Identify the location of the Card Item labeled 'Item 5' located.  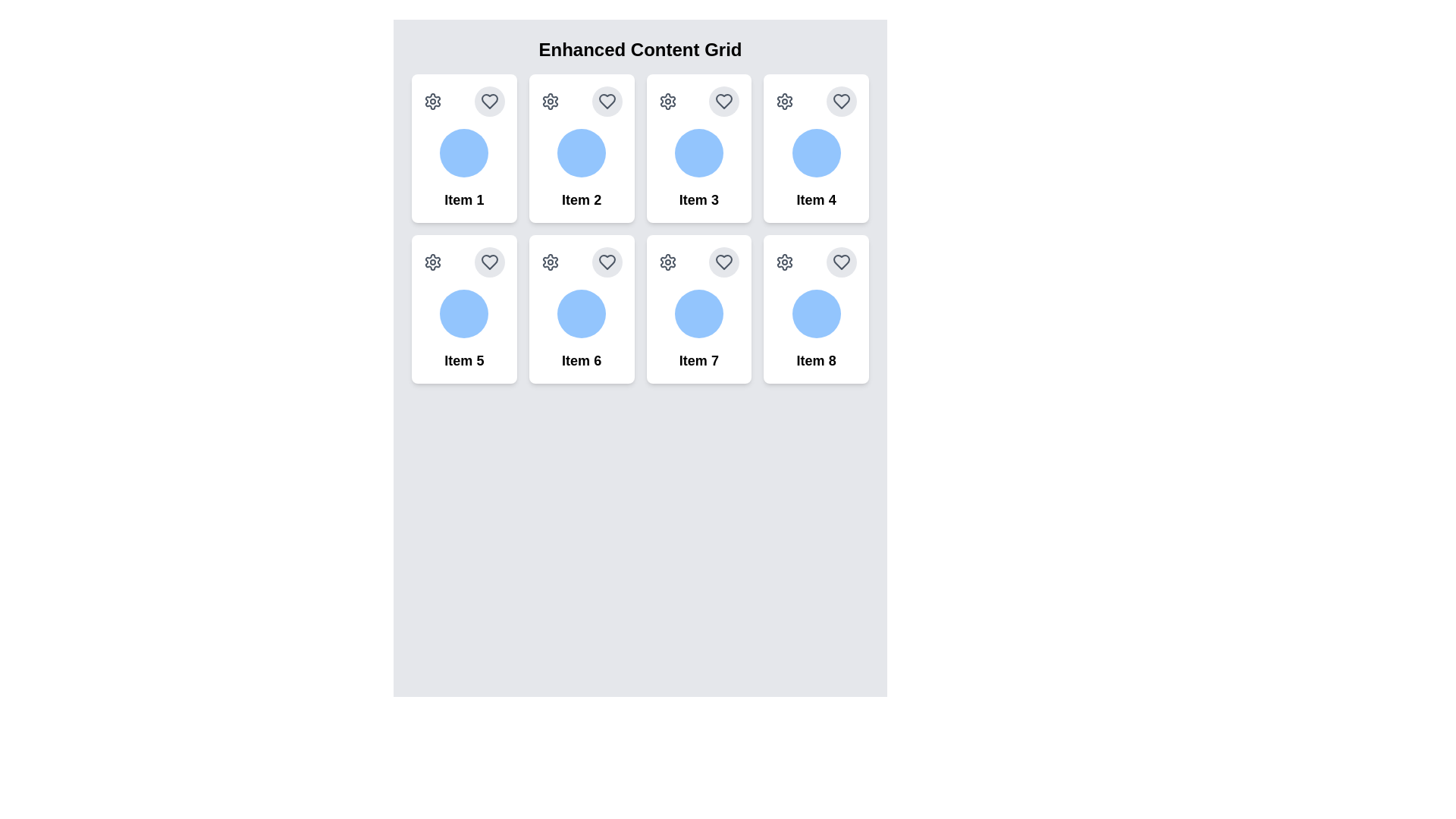
(463, 309).